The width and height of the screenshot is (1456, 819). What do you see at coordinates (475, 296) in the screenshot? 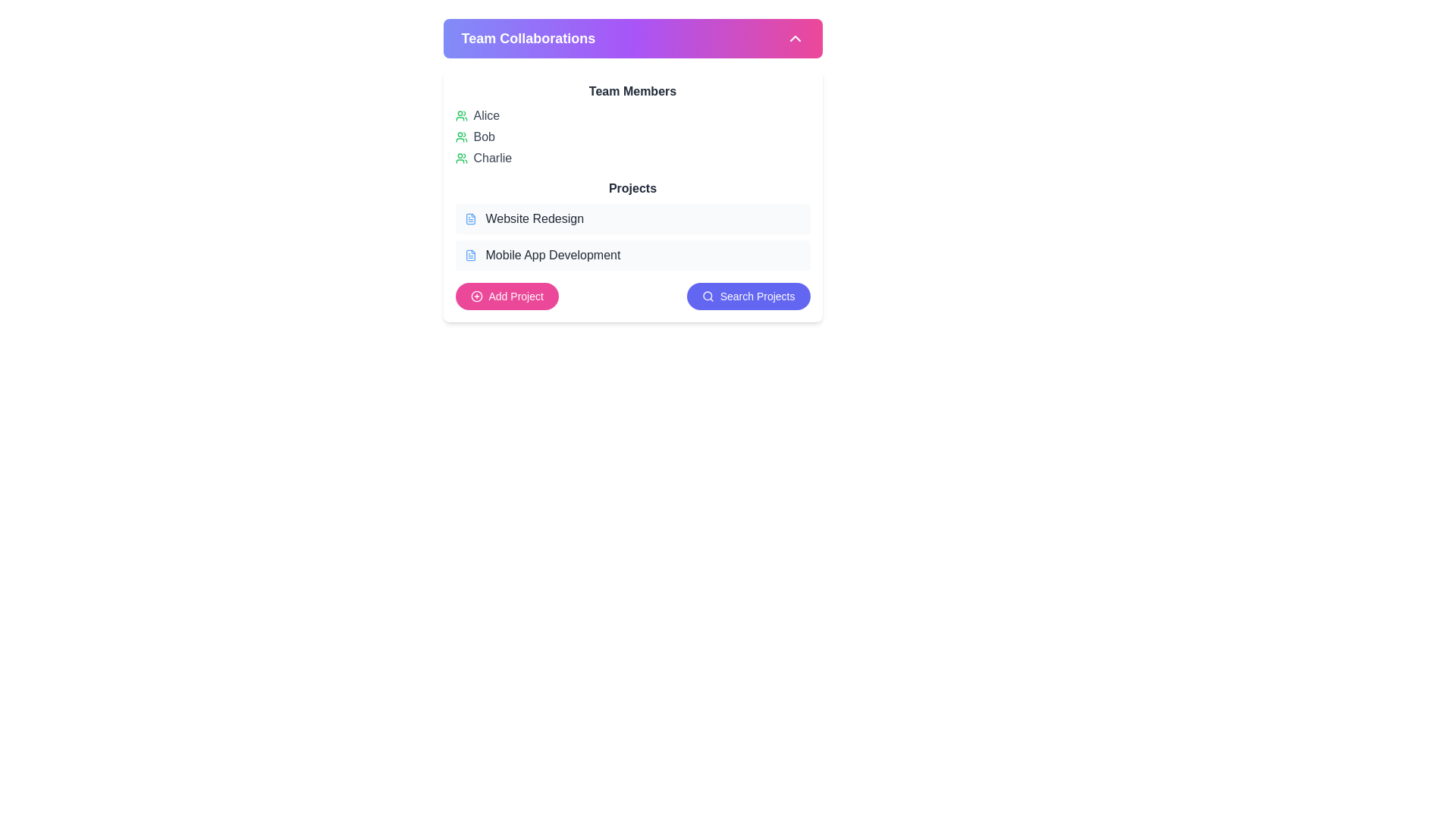
I see `the circular plus icon with a pink background located within the 'Add Project' button, which is positioned` at bounding box center [475, 296].